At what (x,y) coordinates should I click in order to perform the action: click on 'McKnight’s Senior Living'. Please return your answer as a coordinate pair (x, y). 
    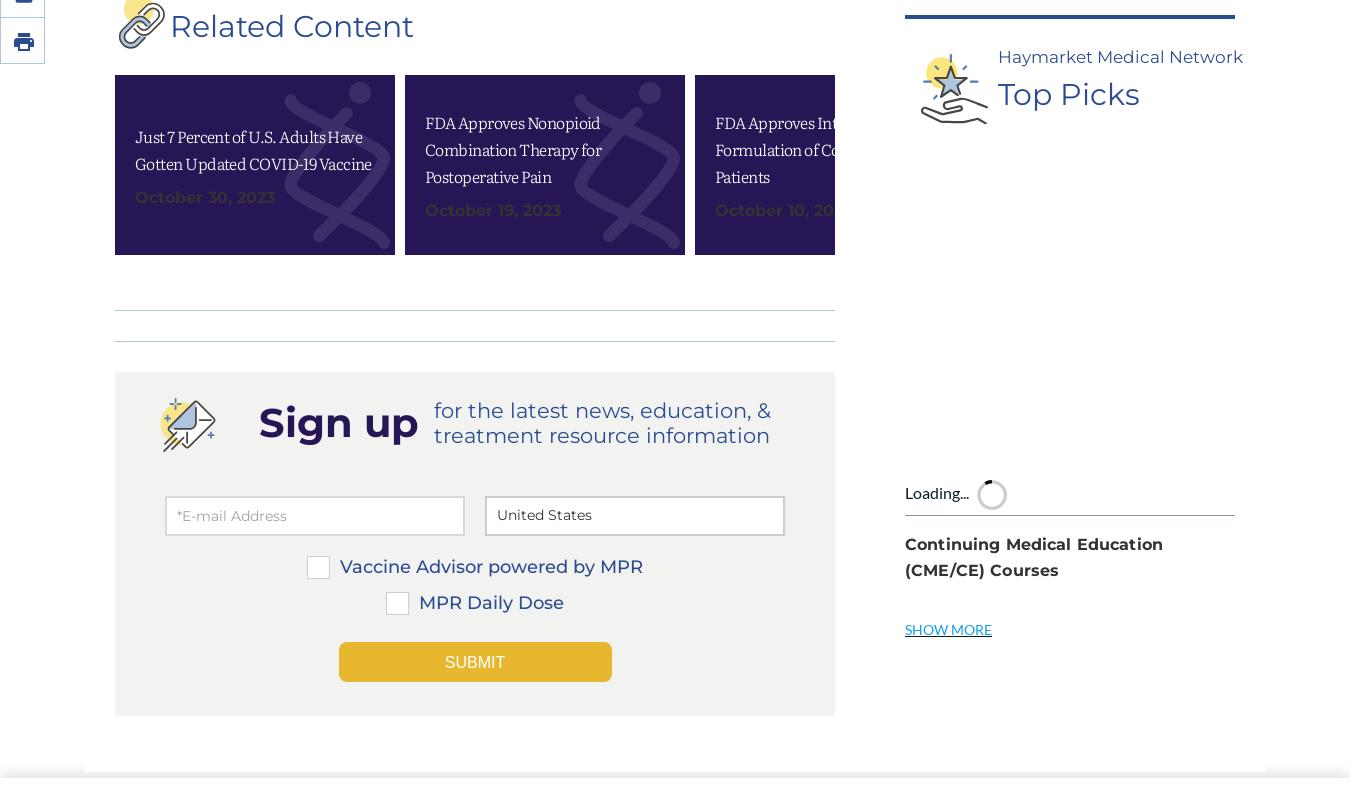
    Looking at the image, I should click on (1023, 792).